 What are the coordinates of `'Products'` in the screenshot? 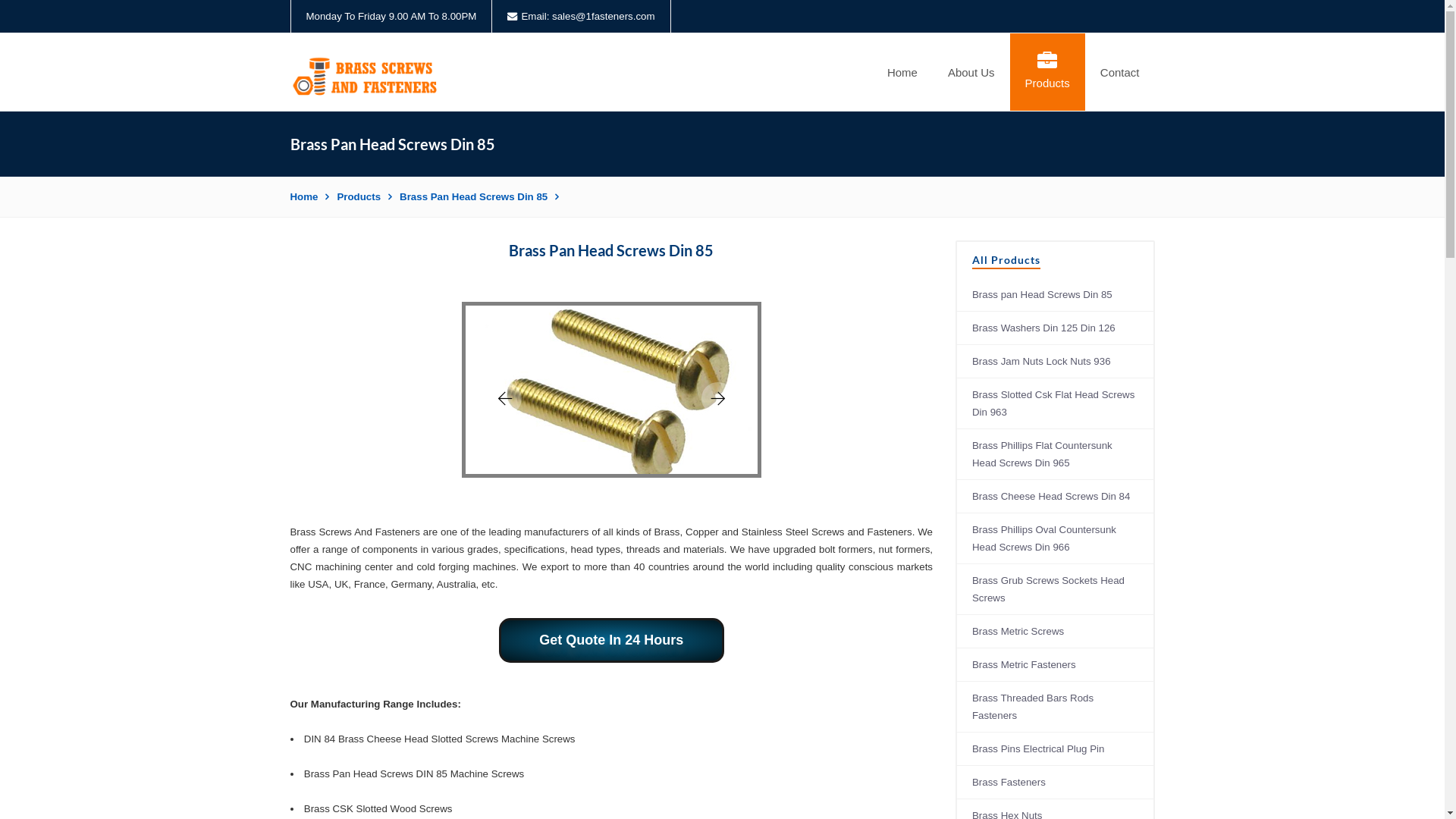 It's located at (364, 196).